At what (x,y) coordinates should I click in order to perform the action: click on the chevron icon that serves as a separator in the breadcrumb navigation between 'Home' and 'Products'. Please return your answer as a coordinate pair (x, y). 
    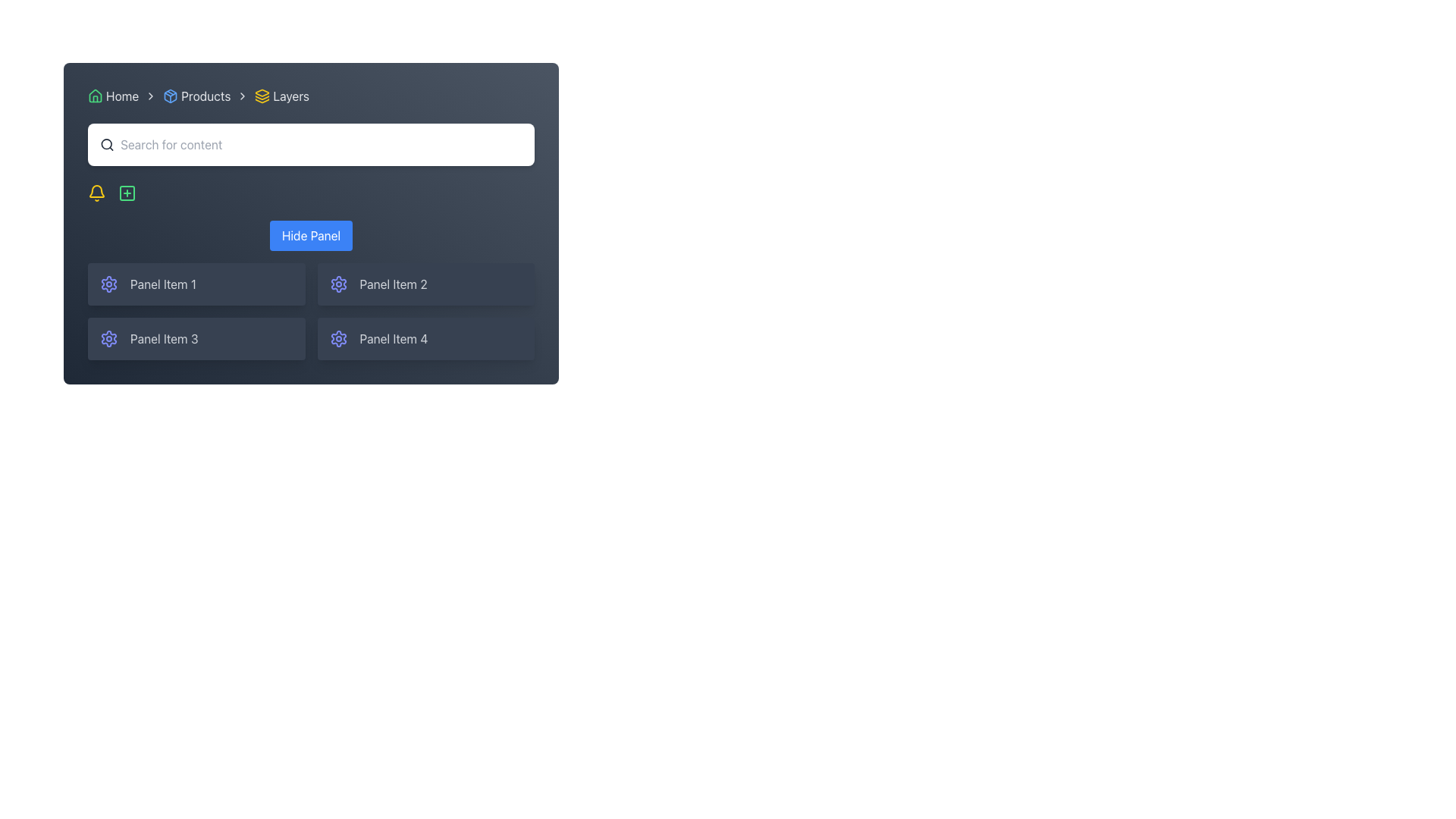
    Looking at the image, I should click on (151, 96).